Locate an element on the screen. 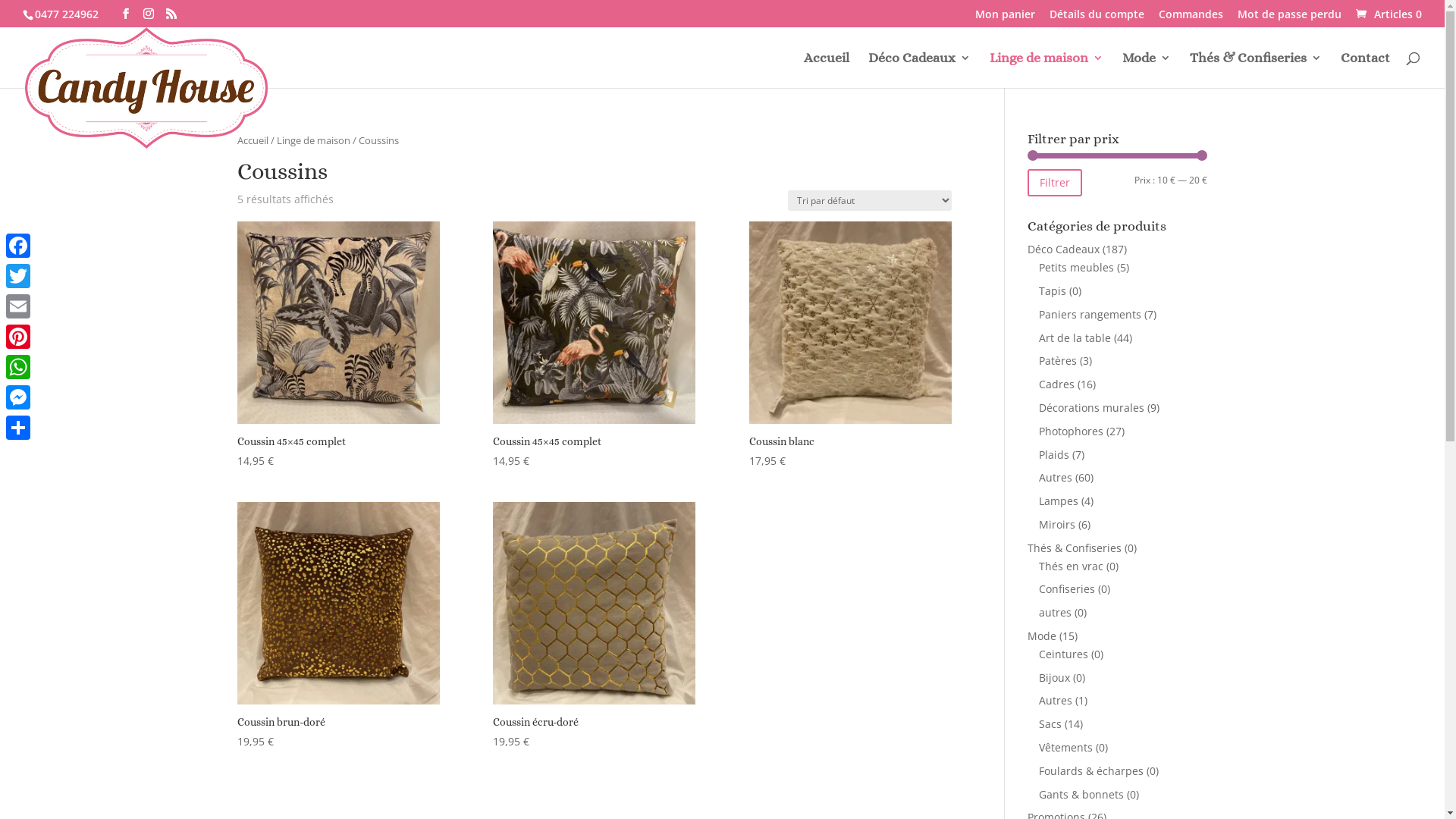 This screenshot has width=1456, height=819. 'Mon panier' is located at coordinates (1005, 18).